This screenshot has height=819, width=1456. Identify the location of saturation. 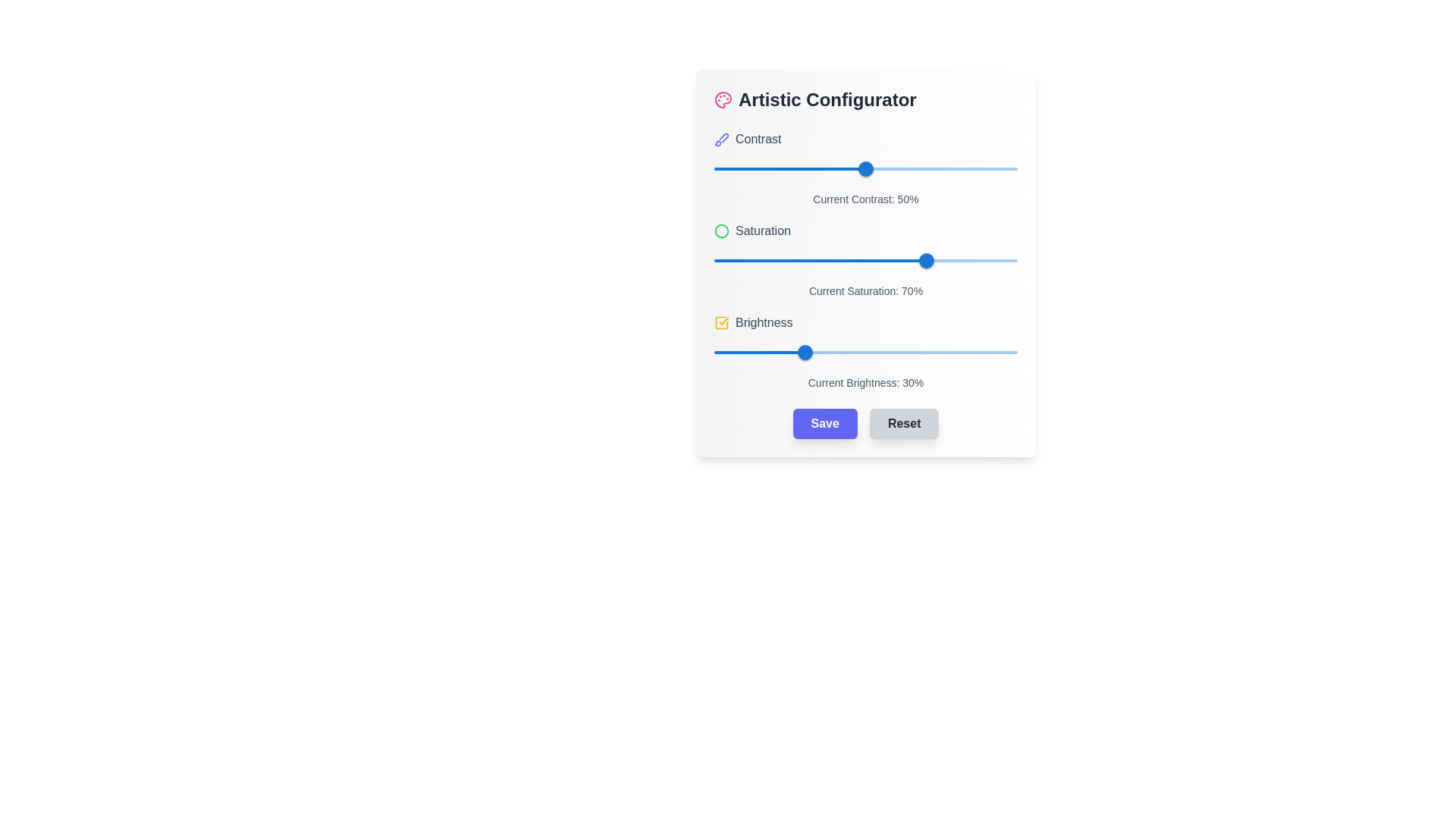
(927, 259).